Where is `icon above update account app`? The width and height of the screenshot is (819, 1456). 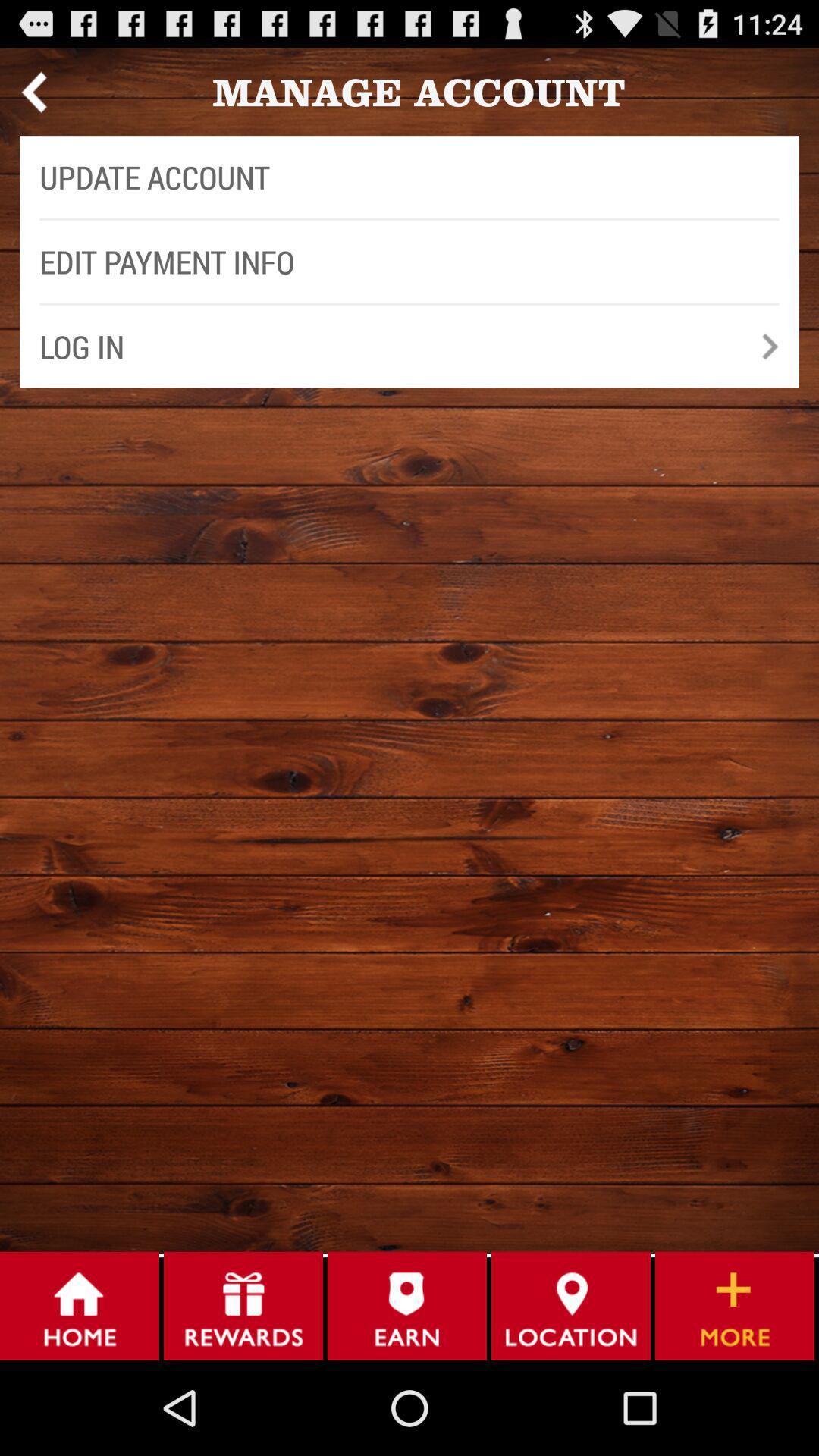
icon above update account app is located at coordinates (33, 91).